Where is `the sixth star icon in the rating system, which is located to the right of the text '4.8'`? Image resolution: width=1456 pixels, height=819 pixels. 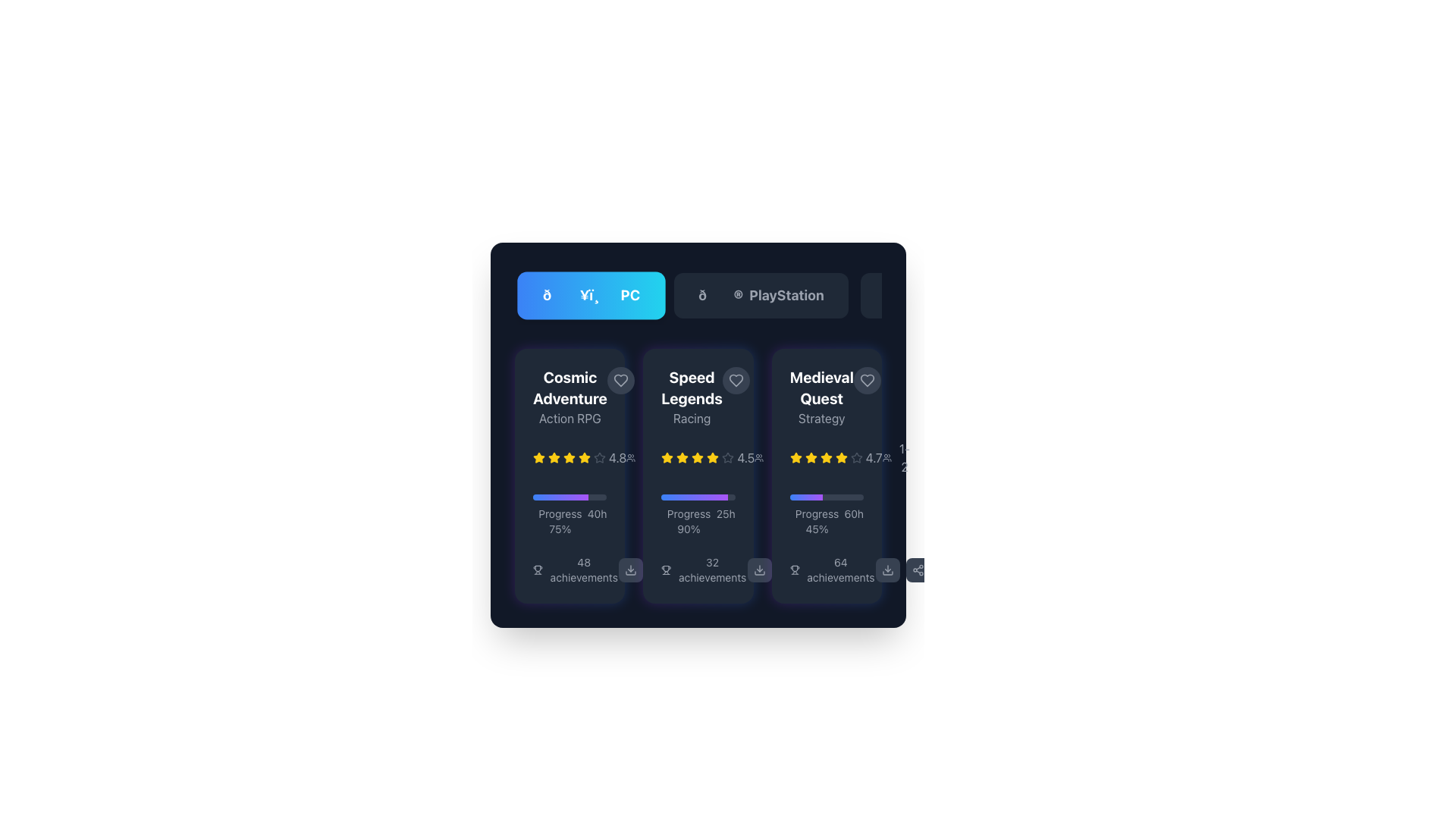
the sixth star icon in the rating system, which is located to the right of the text '4.8' is located at coordinates (584, 457).